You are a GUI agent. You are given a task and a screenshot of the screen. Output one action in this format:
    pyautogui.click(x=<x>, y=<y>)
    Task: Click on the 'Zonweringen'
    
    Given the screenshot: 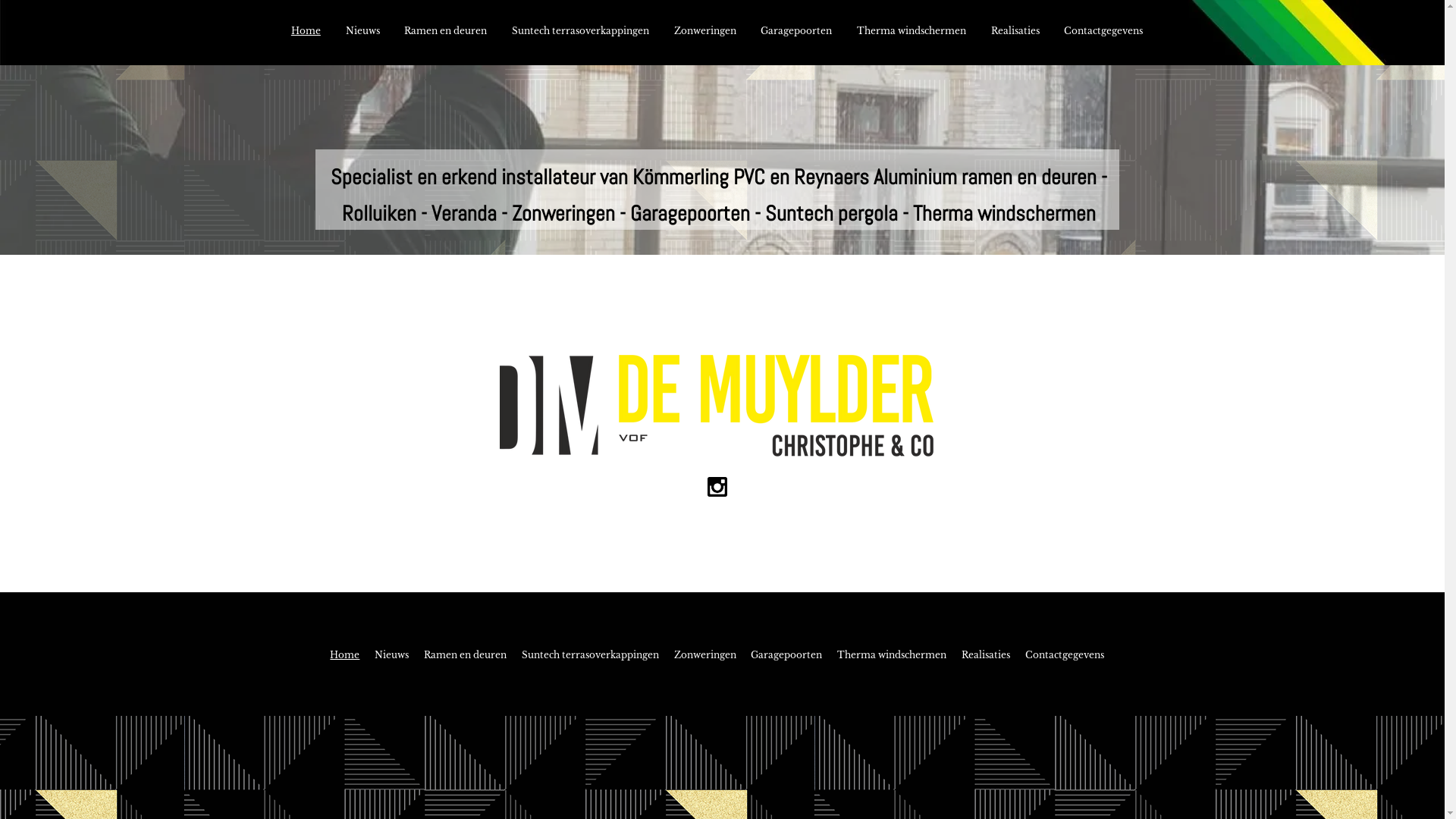 What is the action you would take?
    pyautogui.click(x=704, y=654)
    